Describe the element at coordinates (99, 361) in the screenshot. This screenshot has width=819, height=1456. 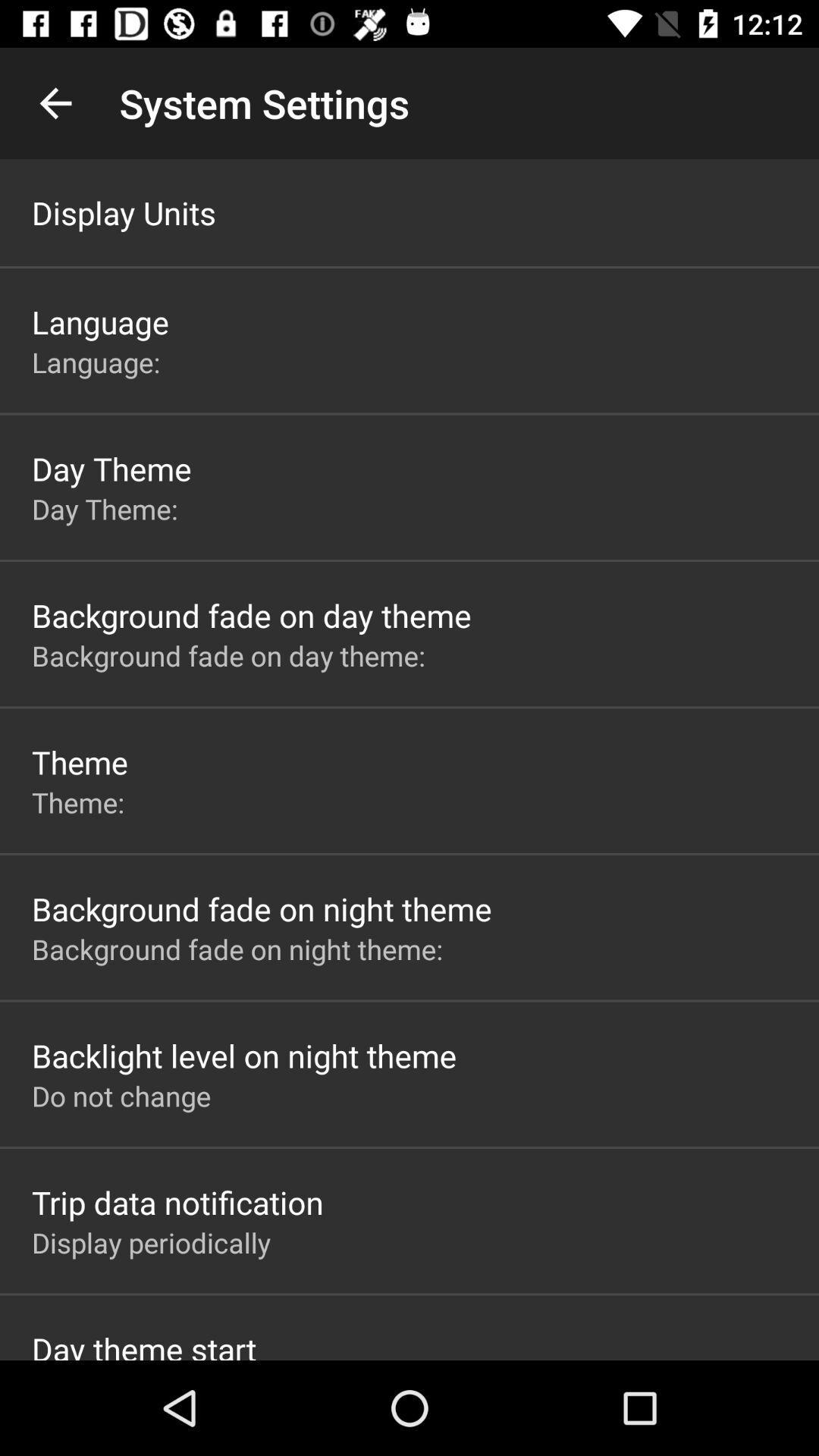
I see `language:  item` at that location.